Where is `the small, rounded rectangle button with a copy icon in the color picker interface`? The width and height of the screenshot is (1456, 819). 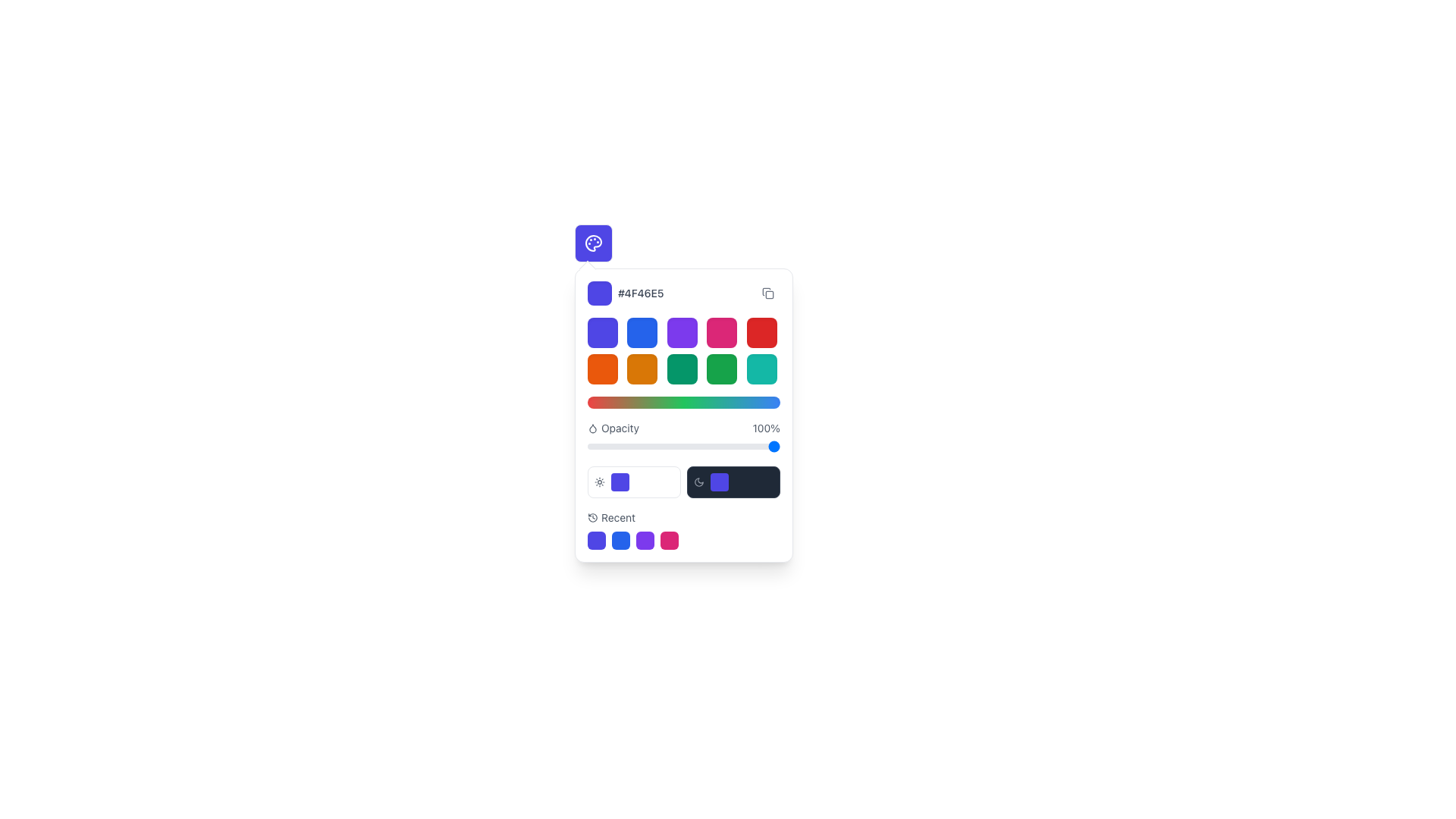 the small, rounded rectangle button with a copy icon in the color picker interface is located at coordinates (767, 293).